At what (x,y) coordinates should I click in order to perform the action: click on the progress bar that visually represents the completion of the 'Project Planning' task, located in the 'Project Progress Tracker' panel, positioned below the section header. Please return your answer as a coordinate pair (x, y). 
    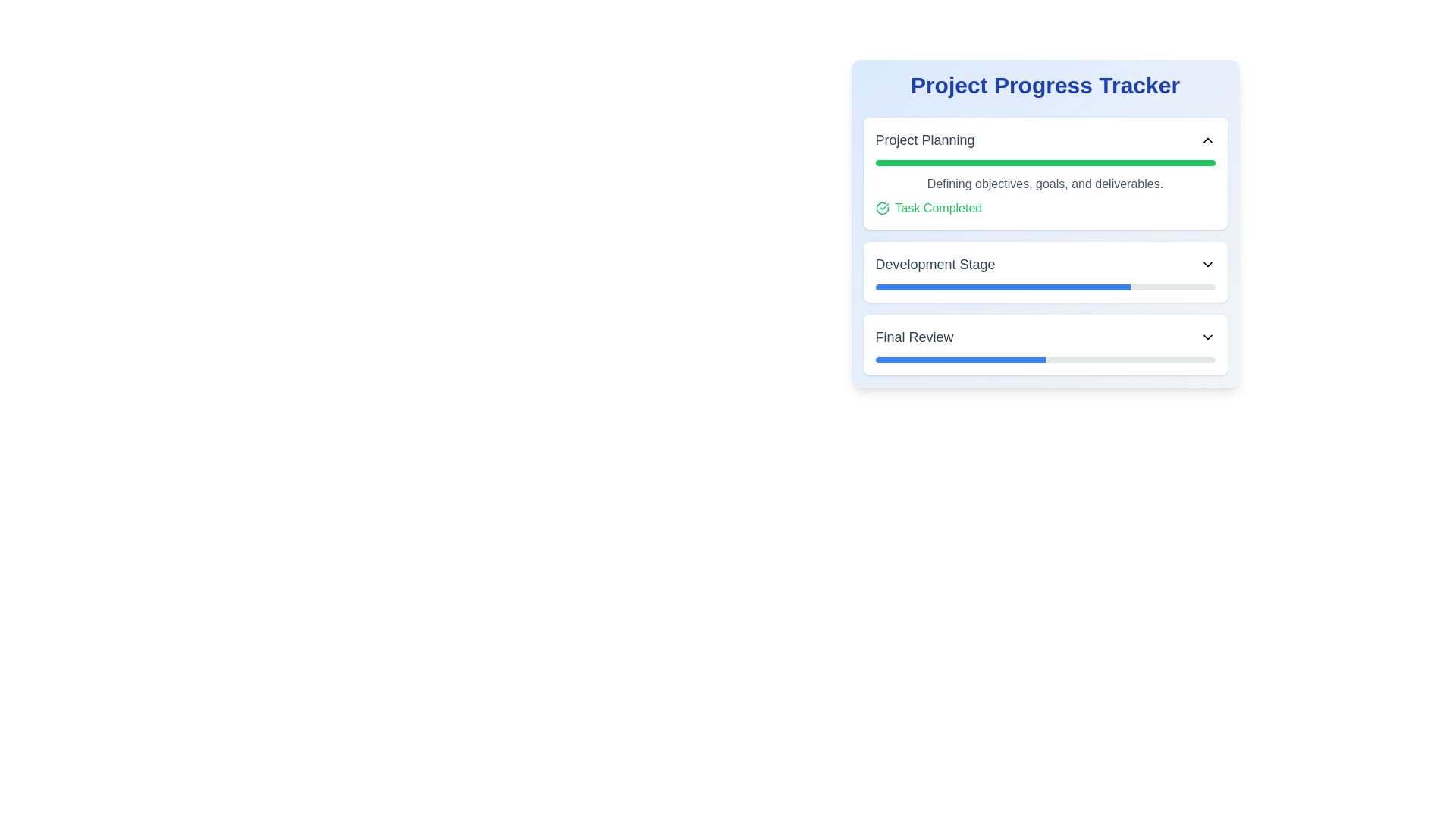
    Looking at the image, I should click on (1044, 163).